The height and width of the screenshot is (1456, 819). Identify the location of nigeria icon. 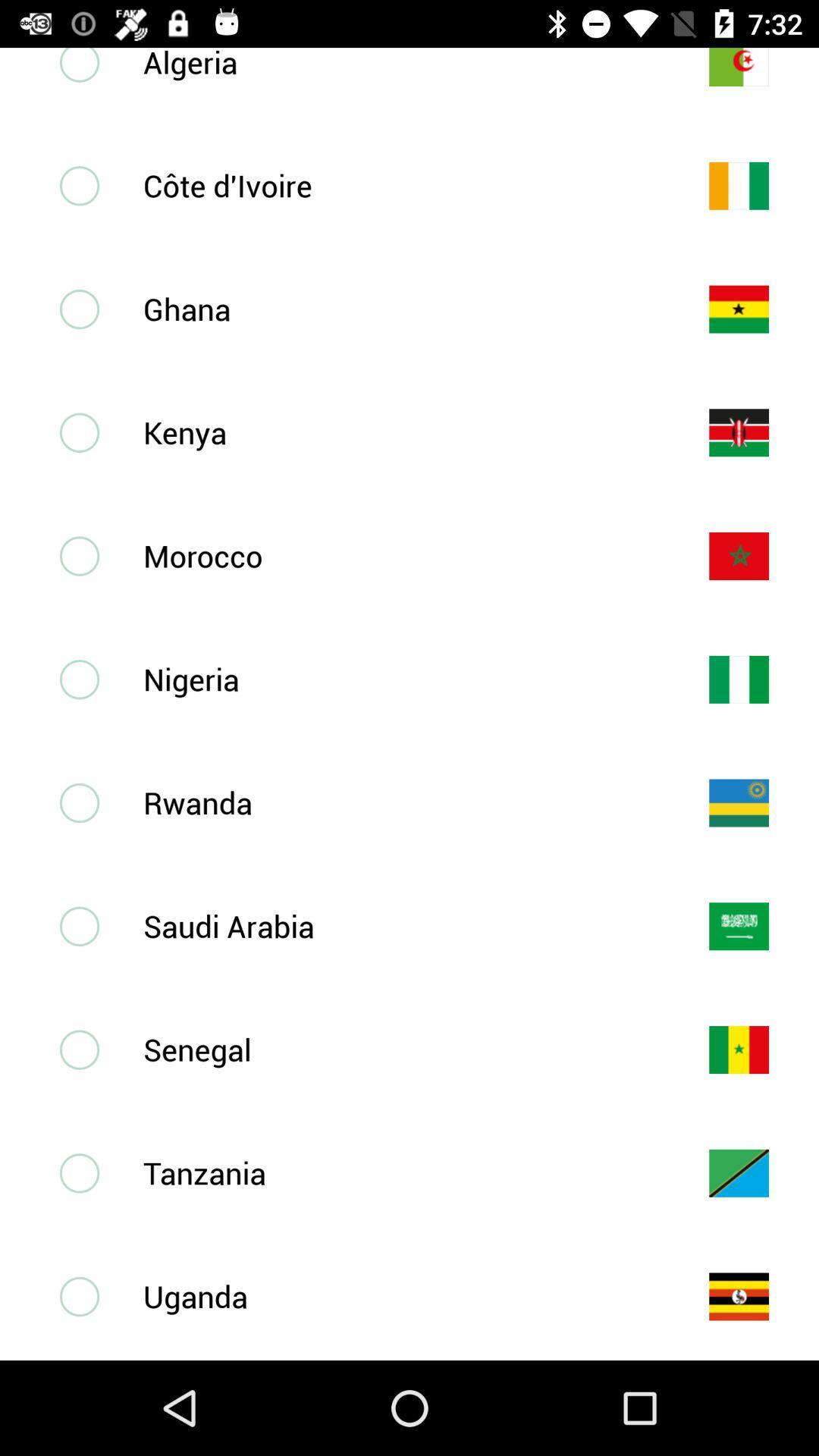
(400, 678).